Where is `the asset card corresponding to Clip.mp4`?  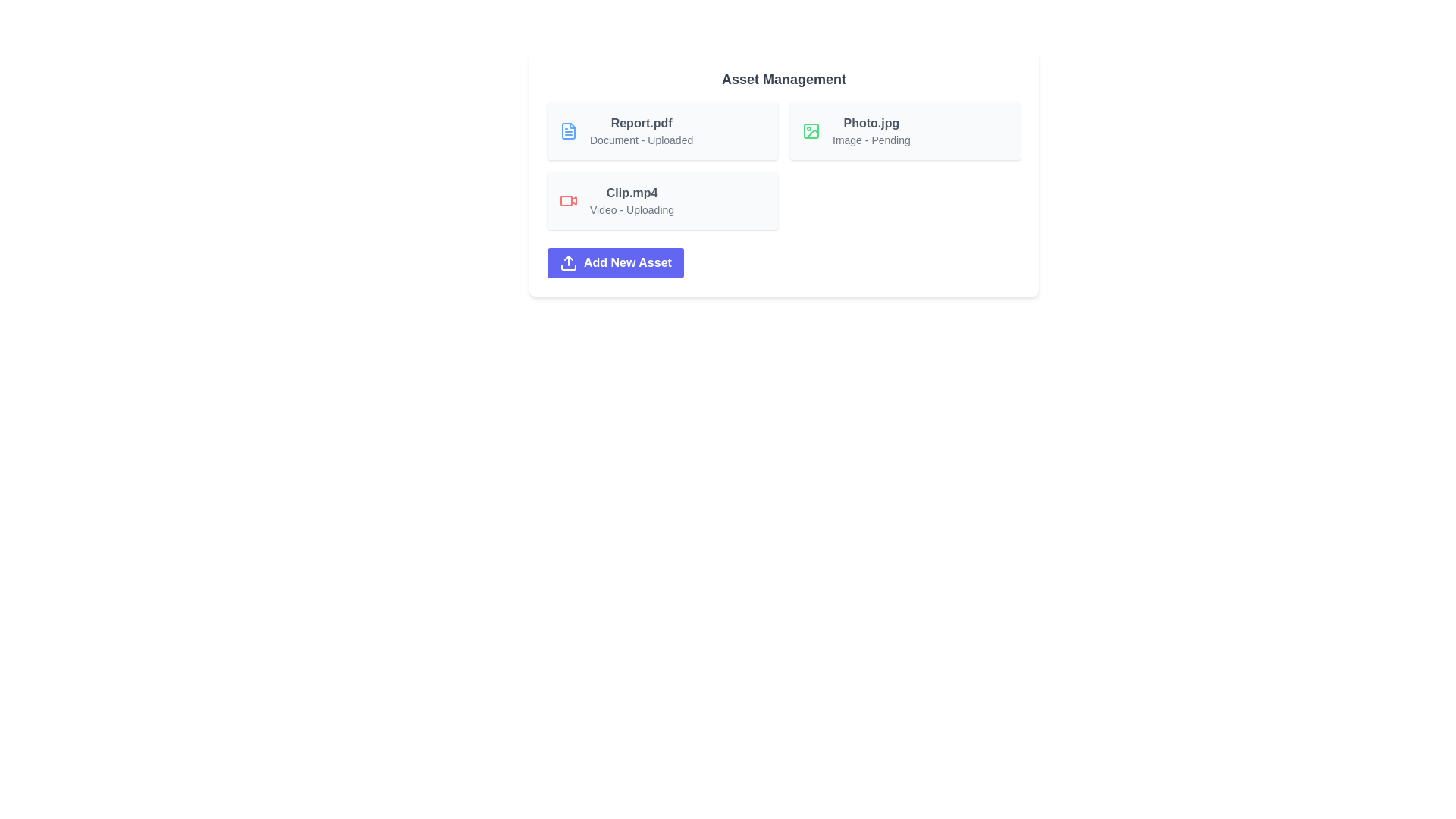 the asset card corresponding to Clip.mp4 is located at coordinates (662, 200).